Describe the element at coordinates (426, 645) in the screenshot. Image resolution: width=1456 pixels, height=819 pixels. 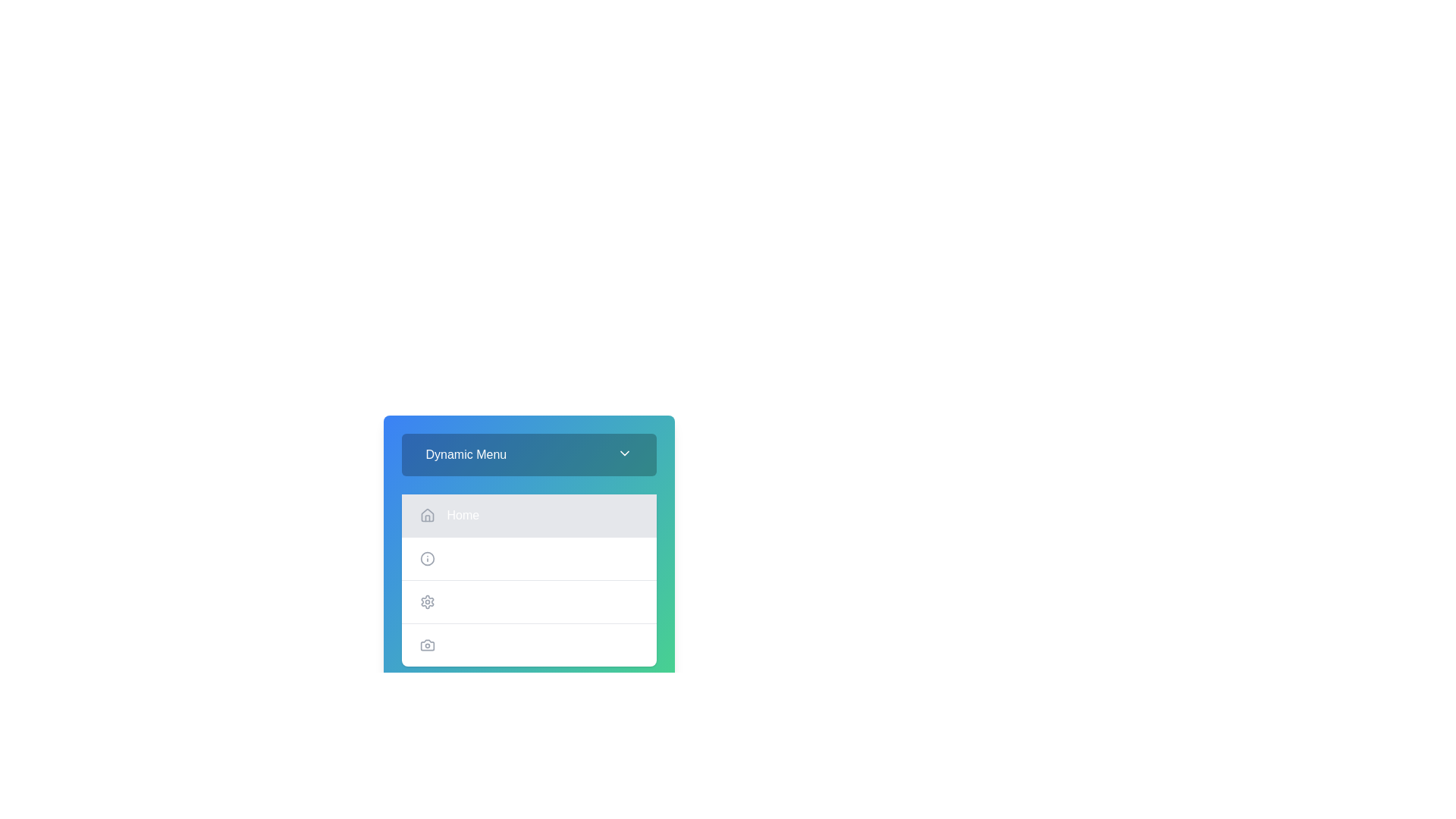
I see `the camera-like icon with a small house shape at its top` at that location.